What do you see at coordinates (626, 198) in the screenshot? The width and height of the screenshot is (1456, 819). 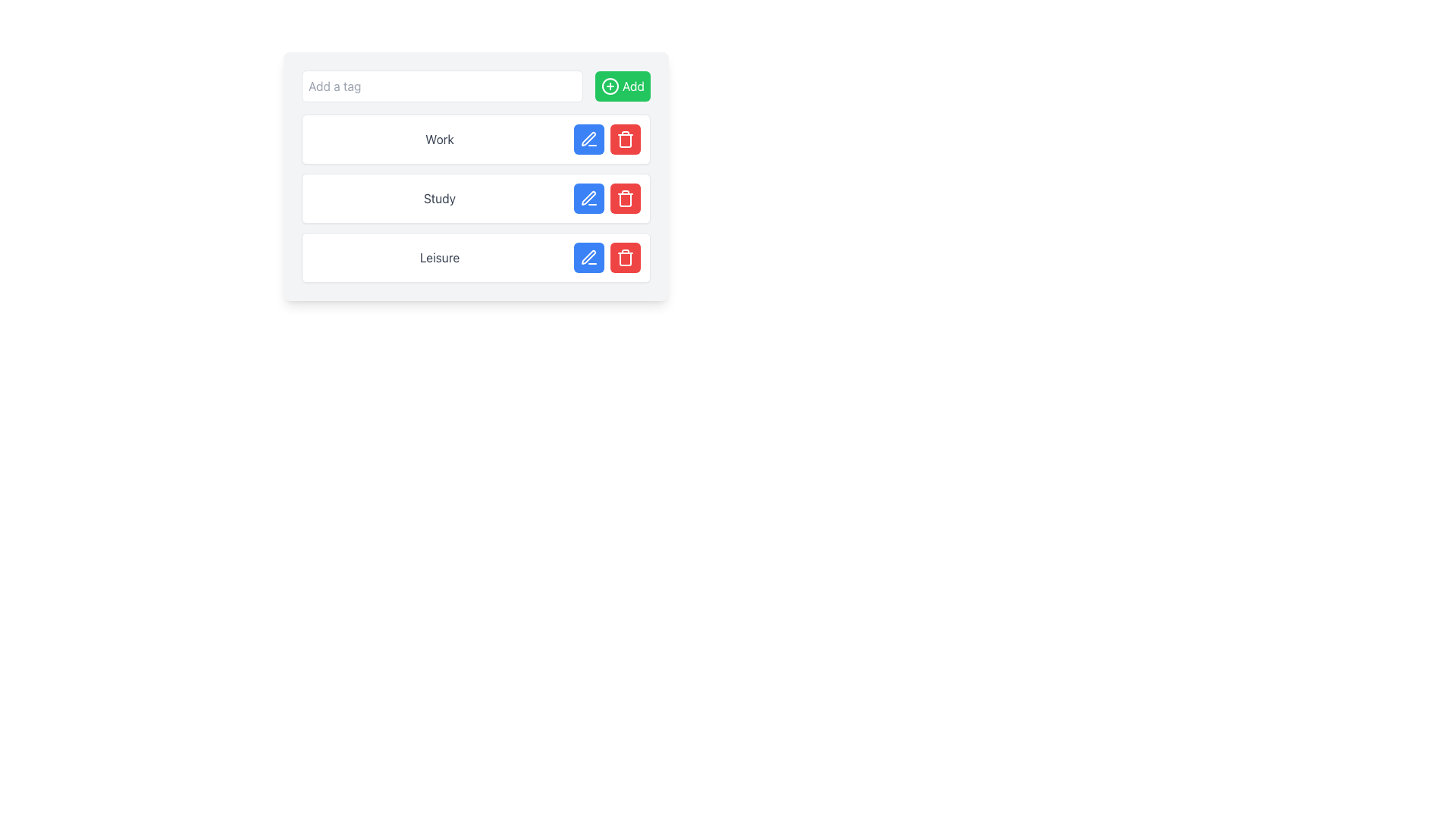 I see `the delete button located on the far-right side of the row labeled 'Study'` at bounding box center [626, 198].